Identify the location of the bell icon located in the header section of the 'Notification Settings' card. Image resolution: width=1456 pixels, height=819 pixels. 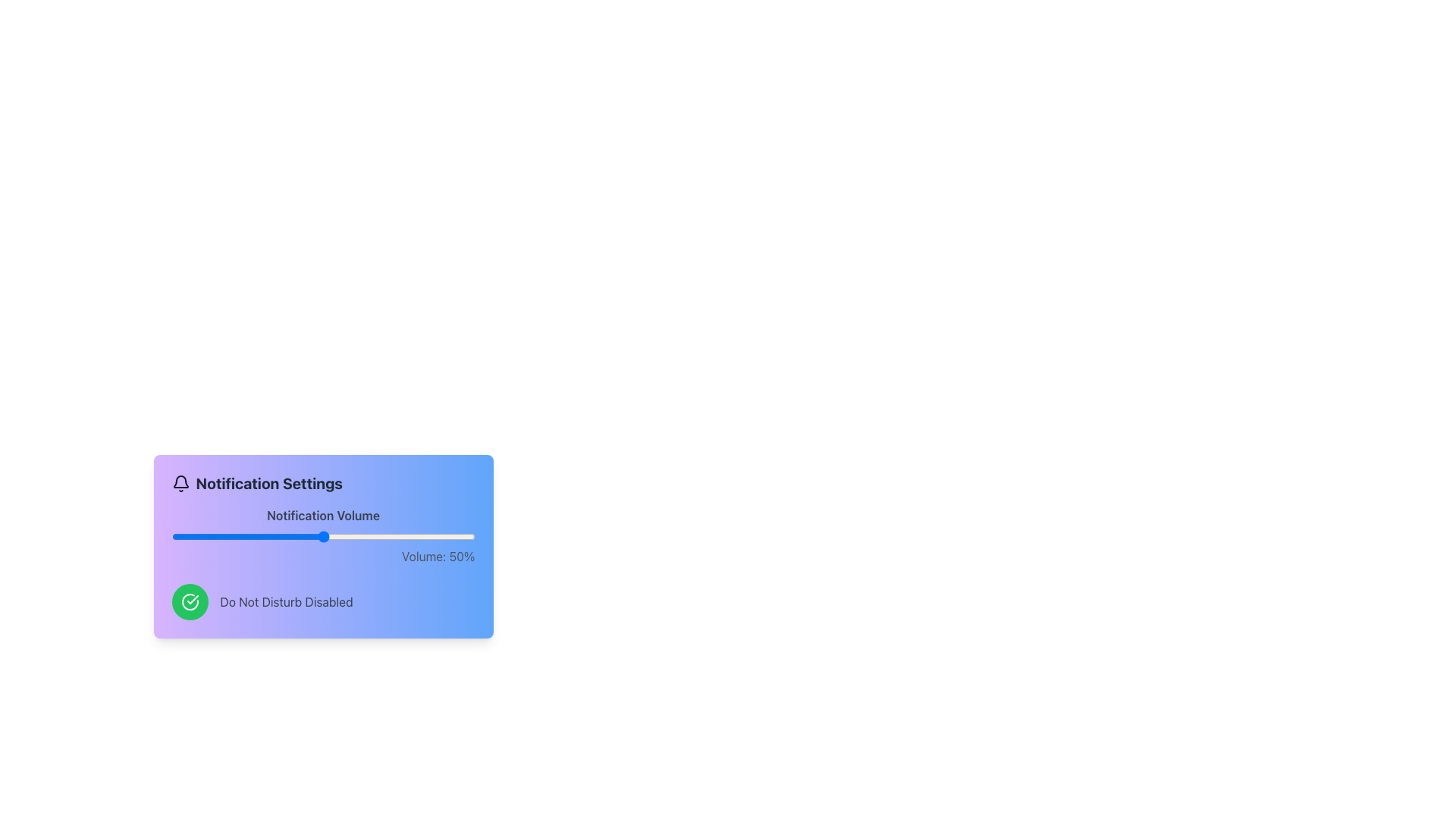
(180, 483).